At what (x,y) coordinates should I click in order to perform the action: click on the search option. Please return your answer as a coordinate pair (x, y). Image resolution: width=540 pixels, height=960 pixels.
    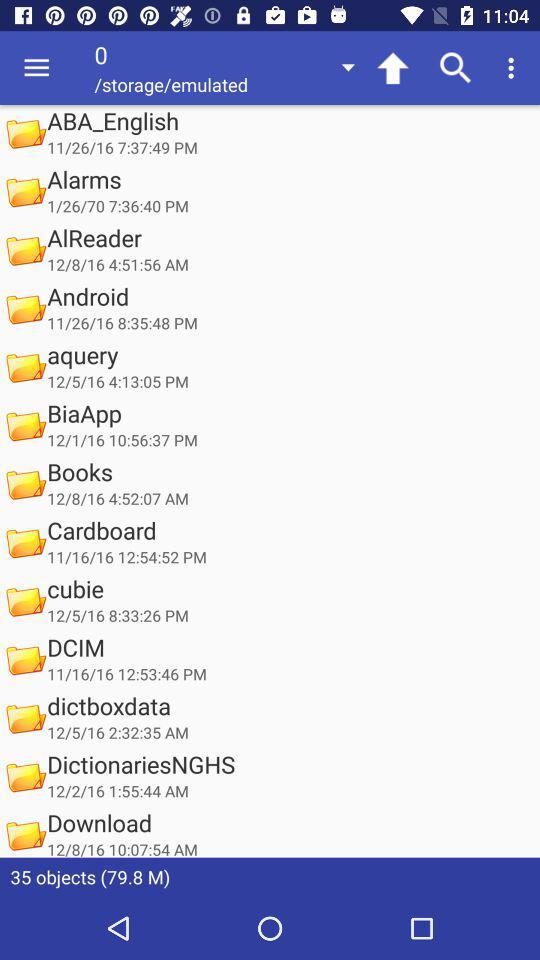
    Looking at the image, I should click on (456, 68).